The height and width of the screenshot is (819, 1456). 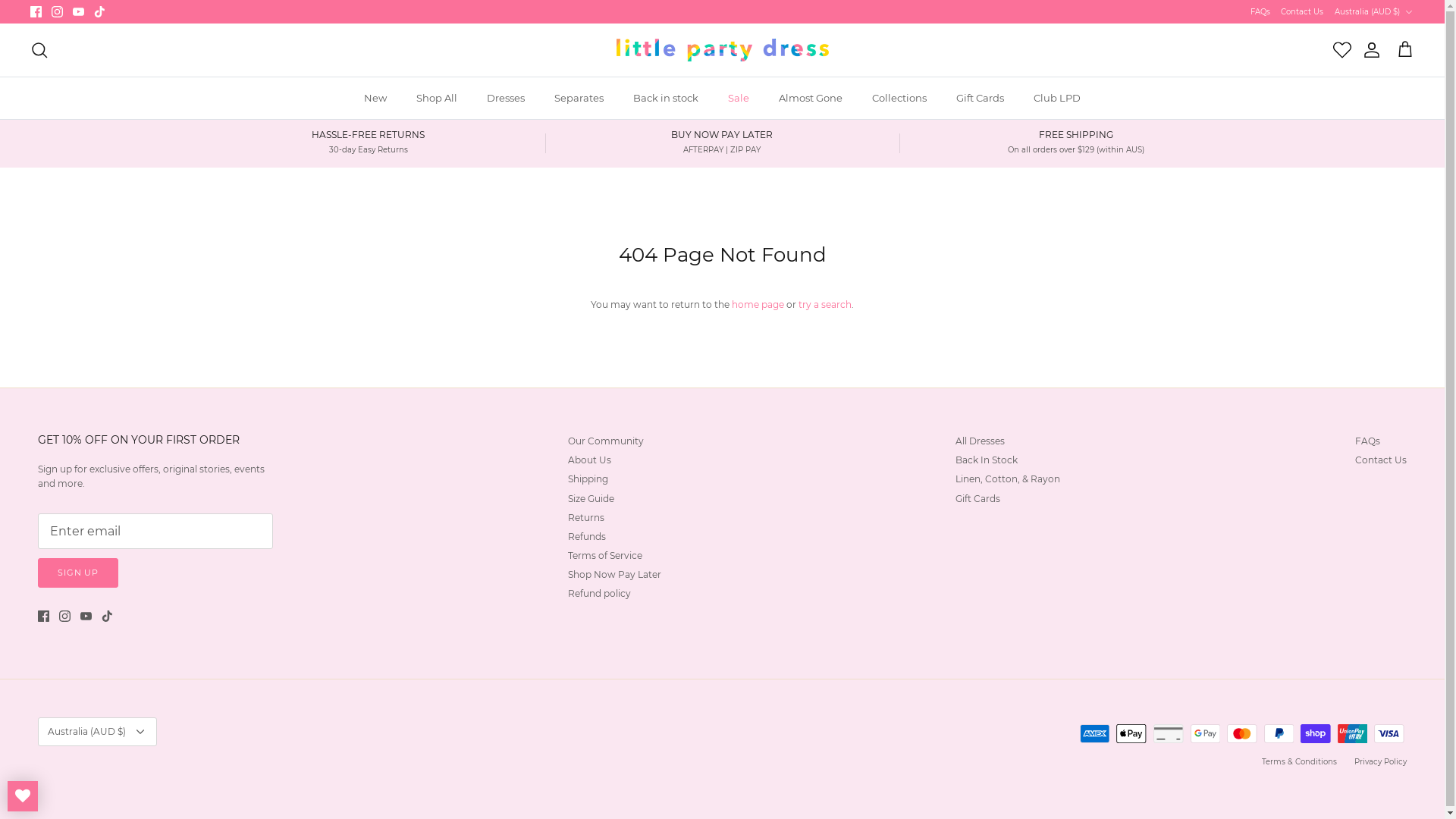 I want to click on 'Terms & Conditions', so click(x=1298, y=761).